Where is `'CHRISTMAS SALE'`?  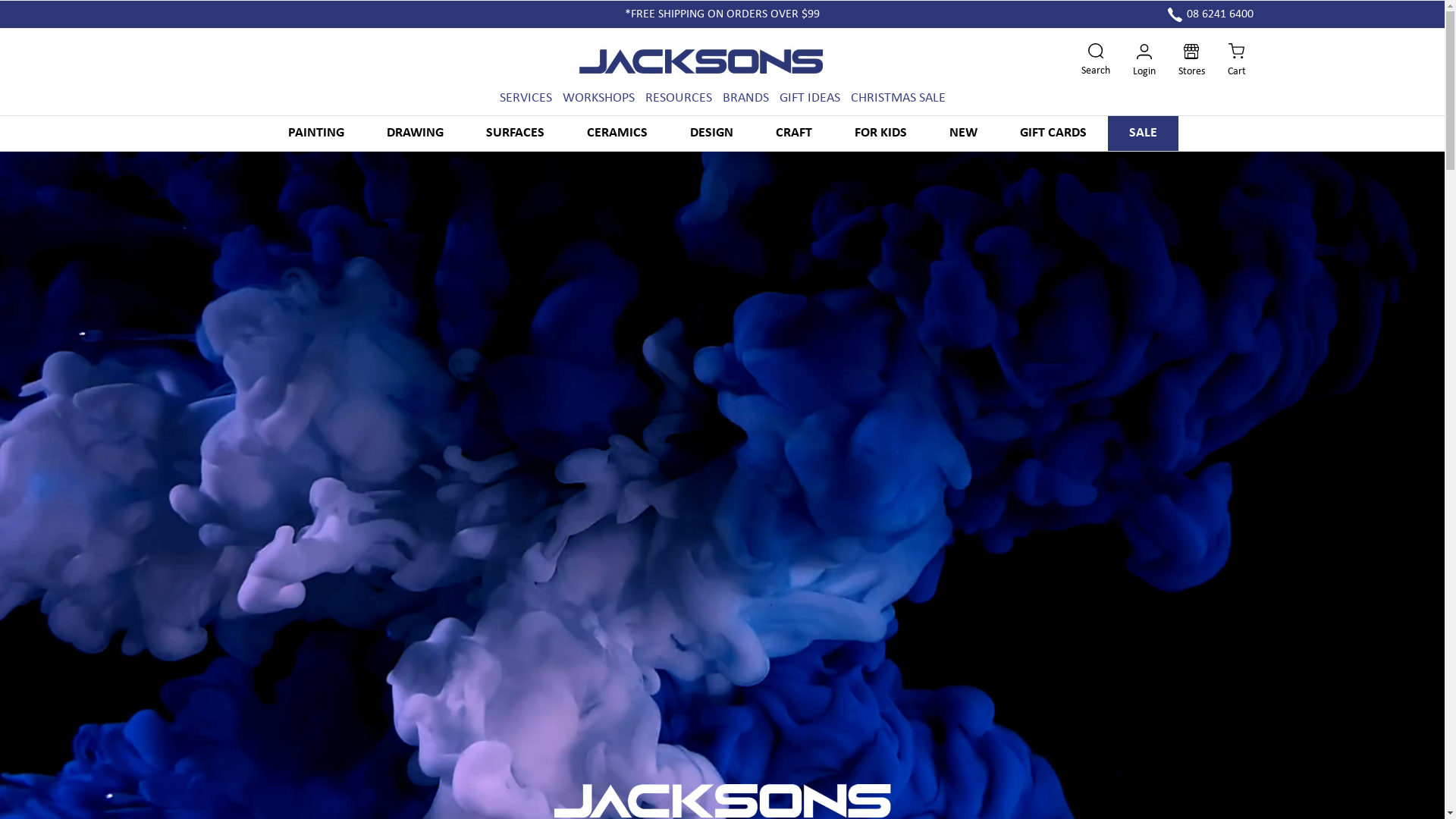 'CHRISTMAS SALE' is located at coordinates (898, 98).